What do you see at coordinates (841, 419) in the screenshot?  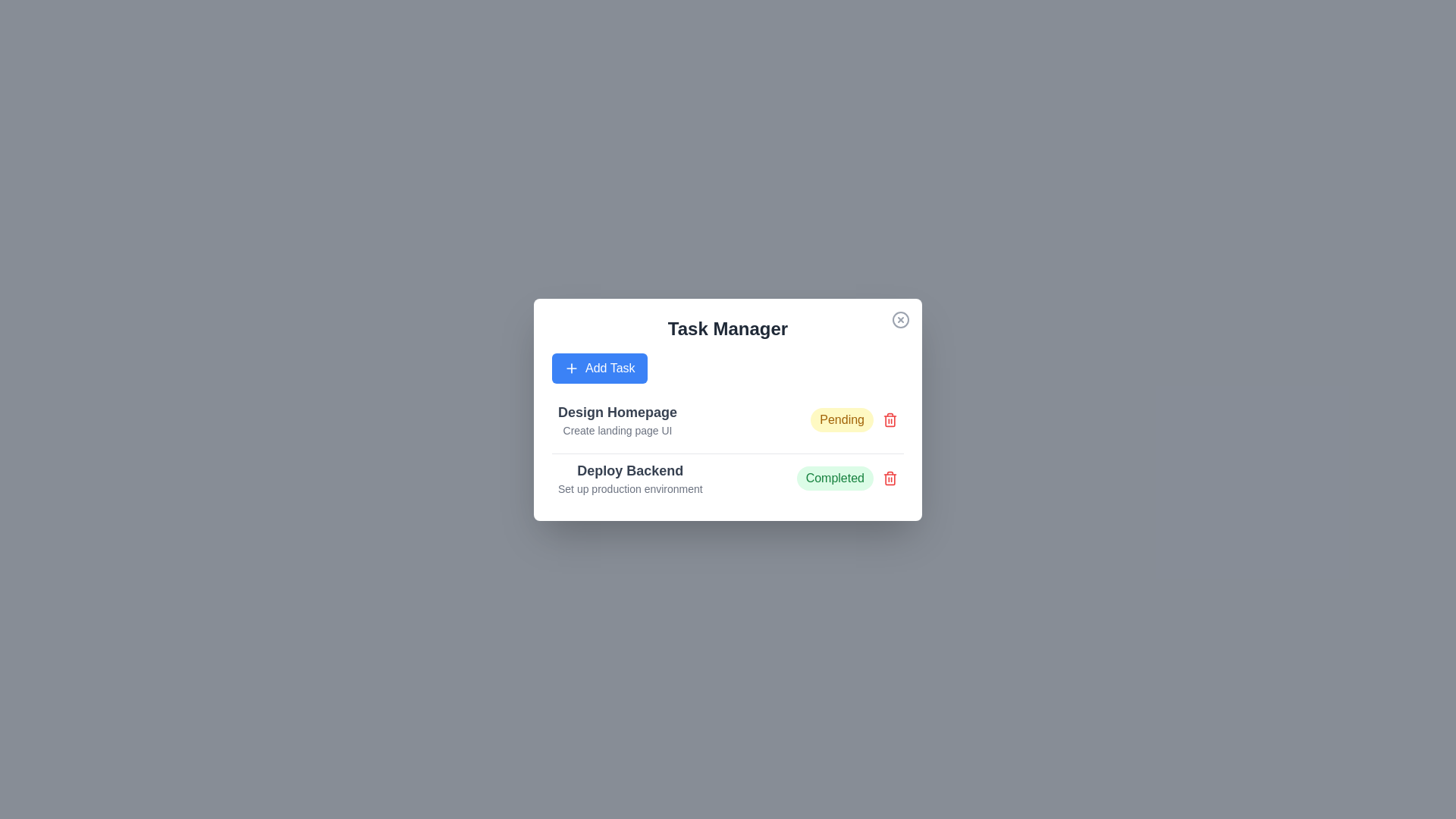 I see `the 'Pending' status badge located to the right of the 'Design Homepage' task title in the task list` at bounding box center [841, 419].